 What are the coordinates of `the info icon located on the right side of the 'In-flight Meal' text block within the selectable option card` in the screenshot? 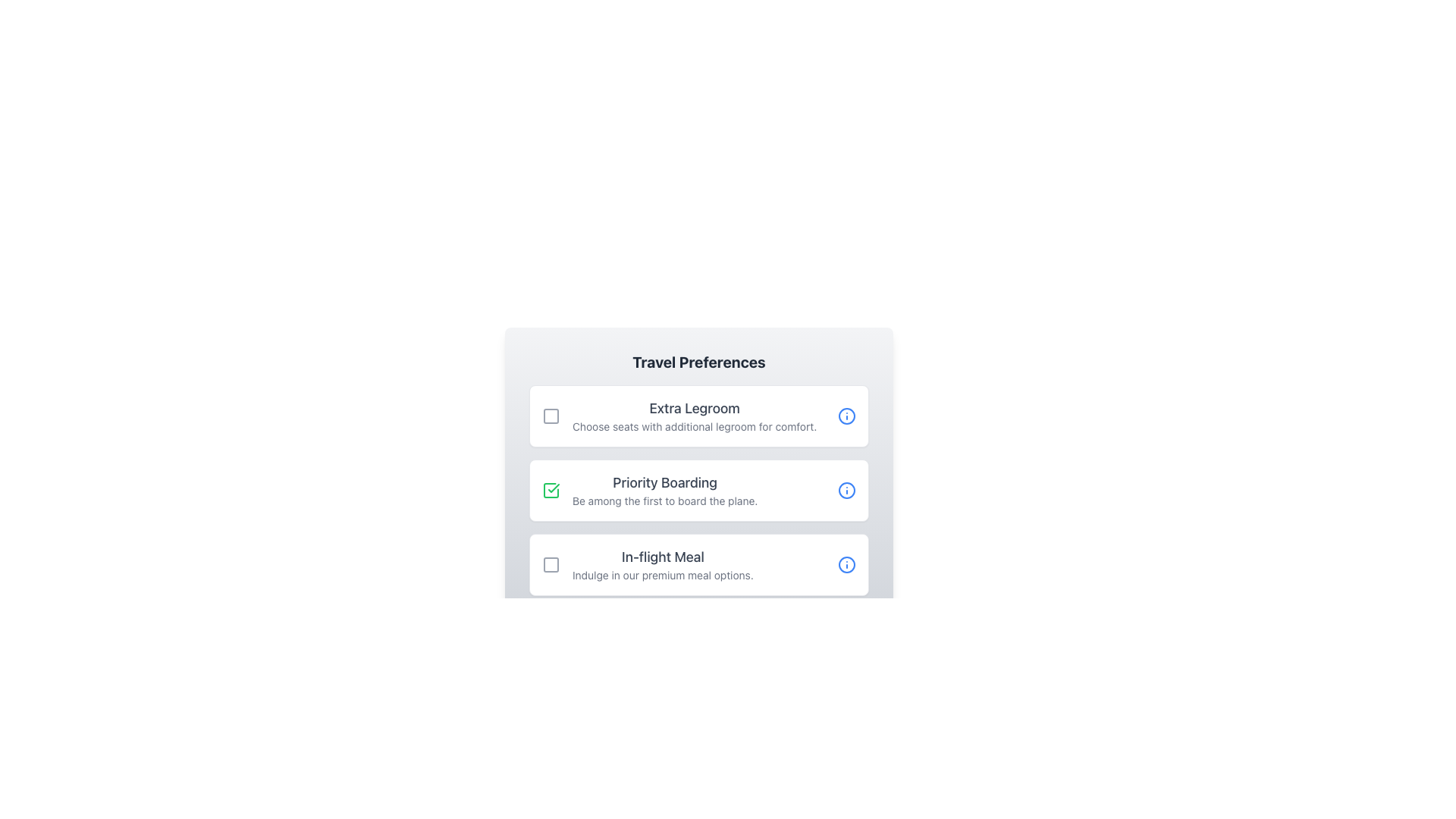 It's located at (648, 564).